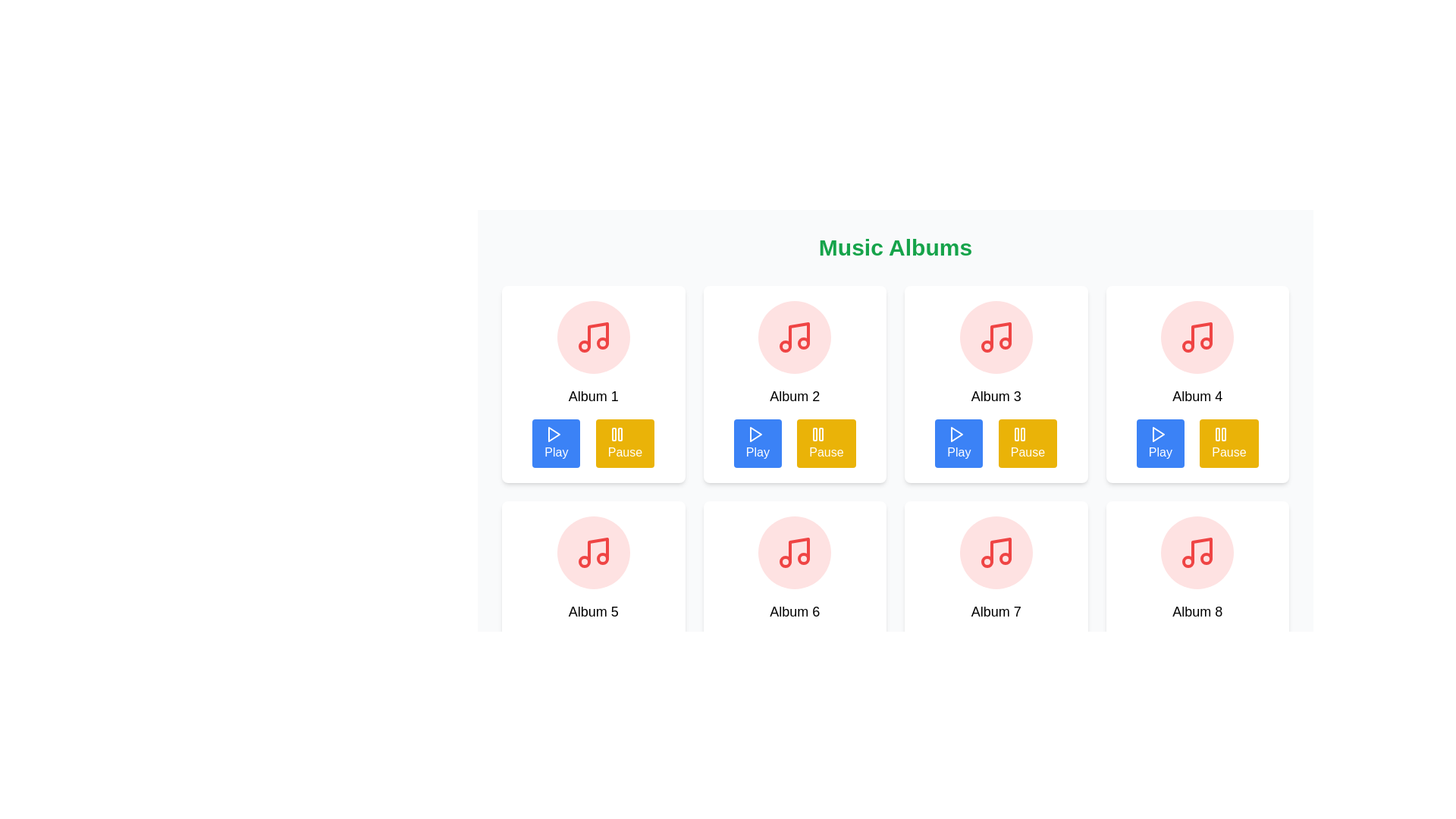 The height and width of the screenshot is (819, 1456). I want to click on the 'Pause' button in the playback control group located within the 'Album 4' content card, so click(1197, 444).